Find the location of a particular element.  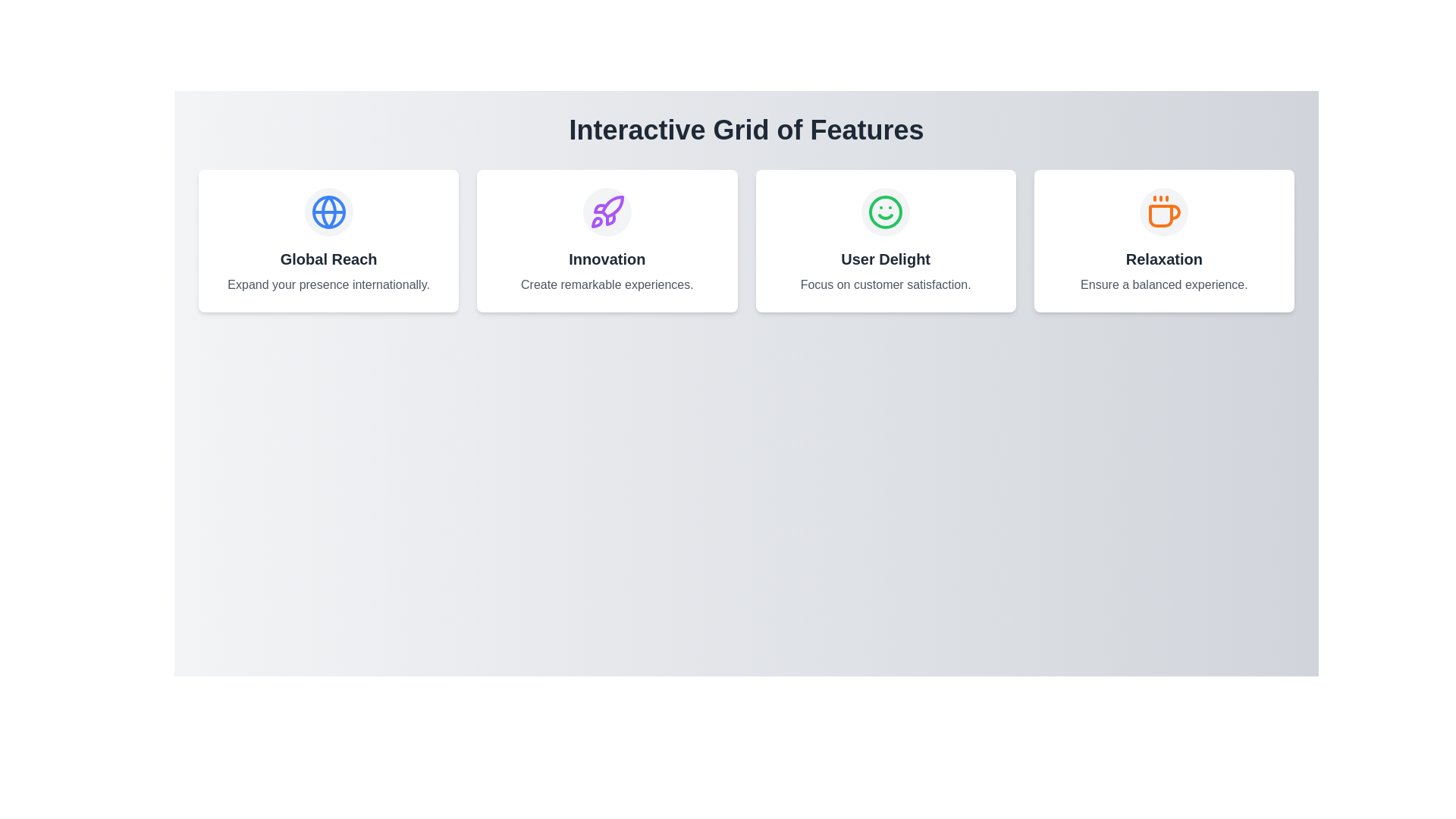

the visual icon representing global reach, which is centrally placed within the first card under the title 'Interactive Grid of Features' is located at coordinates (328, 212).